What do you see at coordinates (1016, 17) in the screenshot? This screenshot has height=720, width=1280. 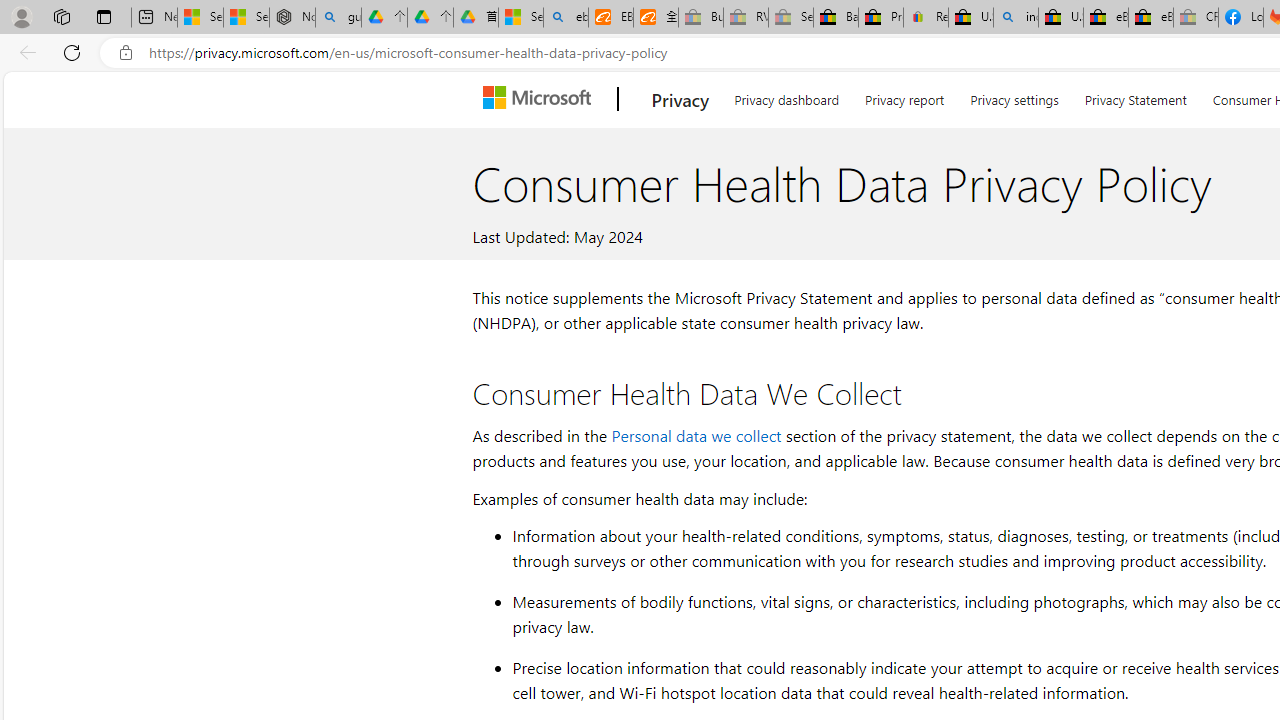 I see `'including - Search'` at bounding box center [1016, 17].